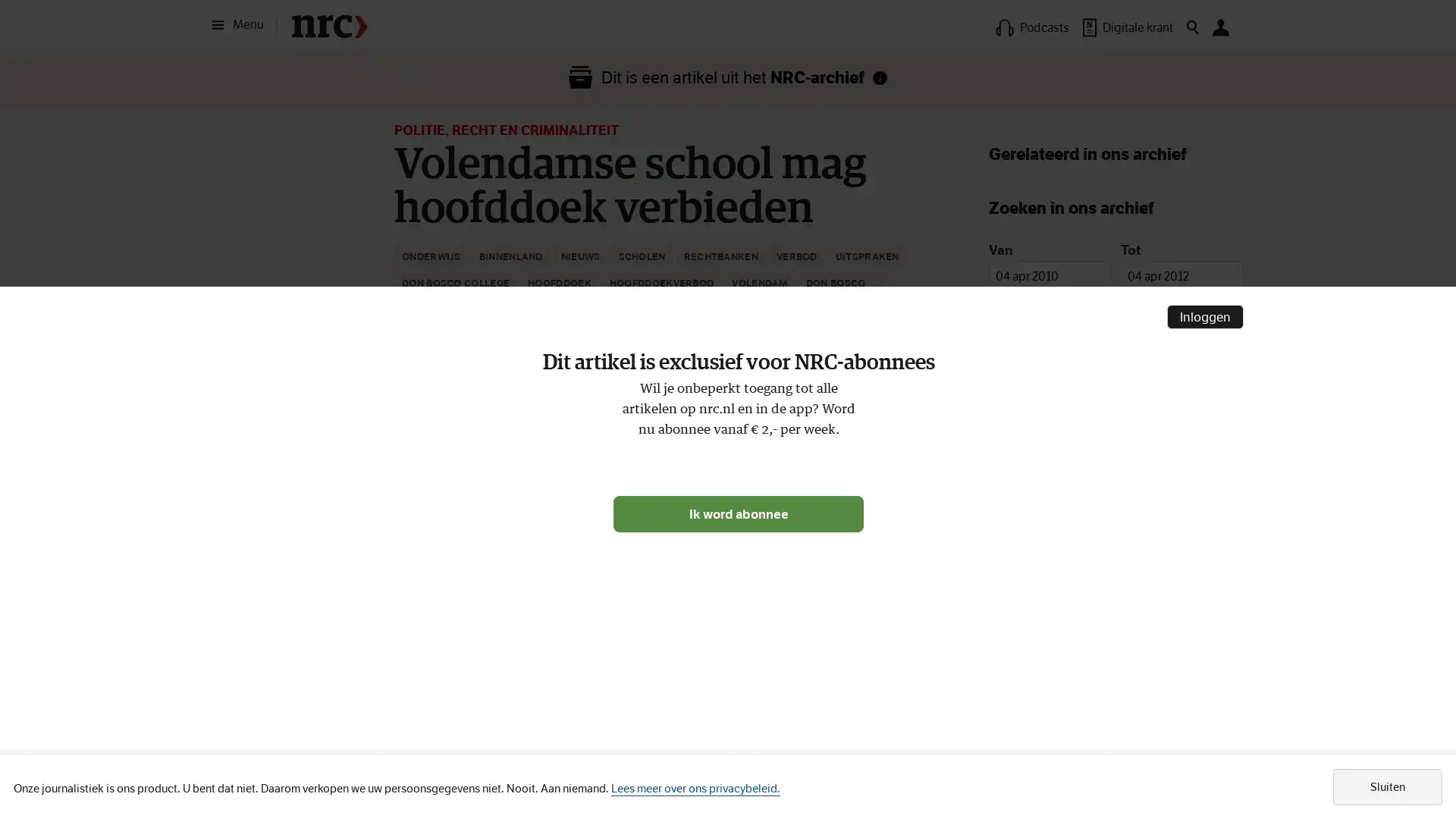 This screenshot has height=819, width=1456. What do you see at coordinates (1220, 27) in the screenshot?
I see `Mijn NRC` at bounding box center [1220, 27].